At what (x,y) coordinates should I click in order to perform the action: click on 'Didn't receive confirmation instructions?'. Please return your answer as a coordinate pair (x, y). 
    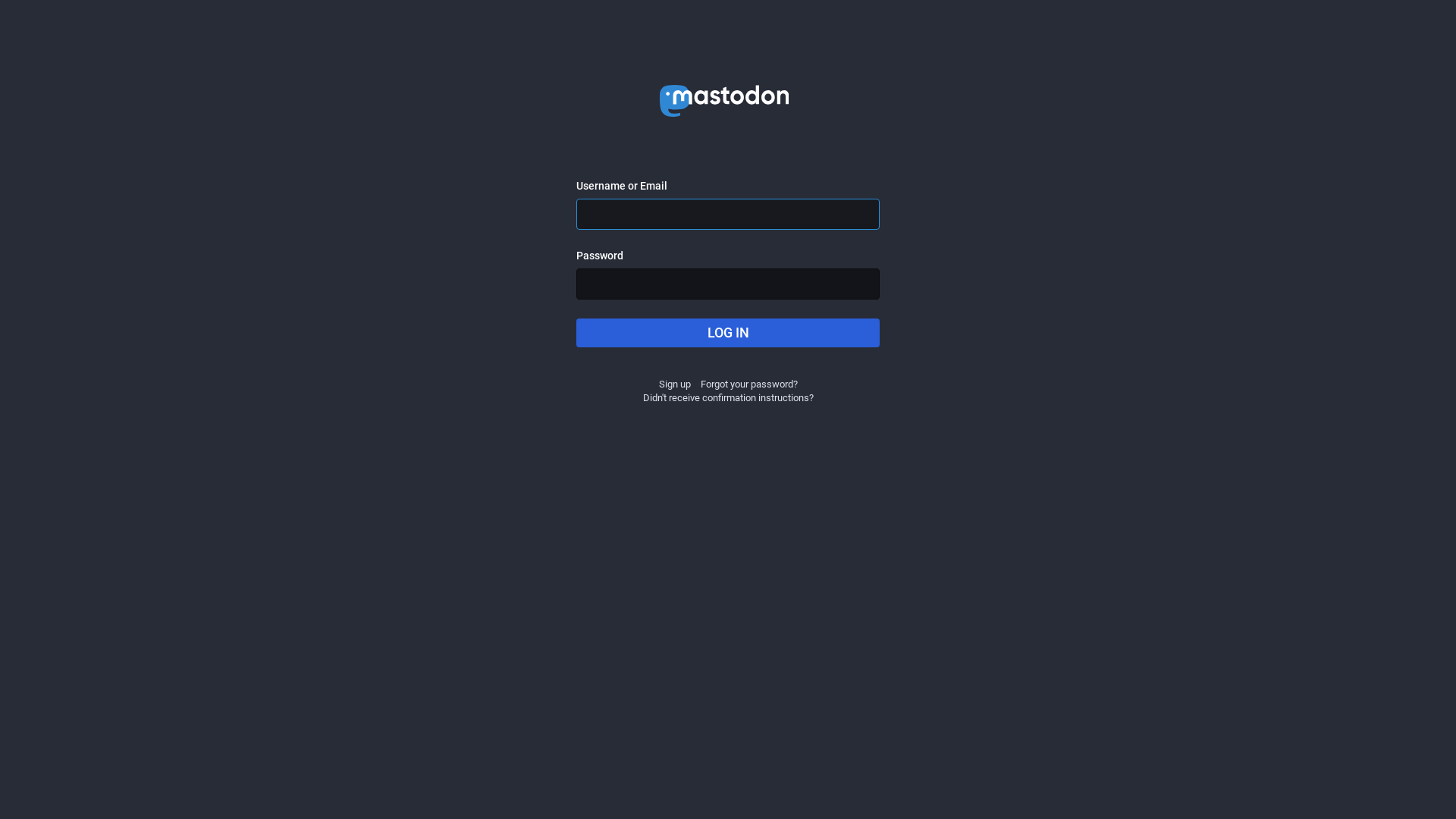
    Looking at the image, I should click on (728, 397).